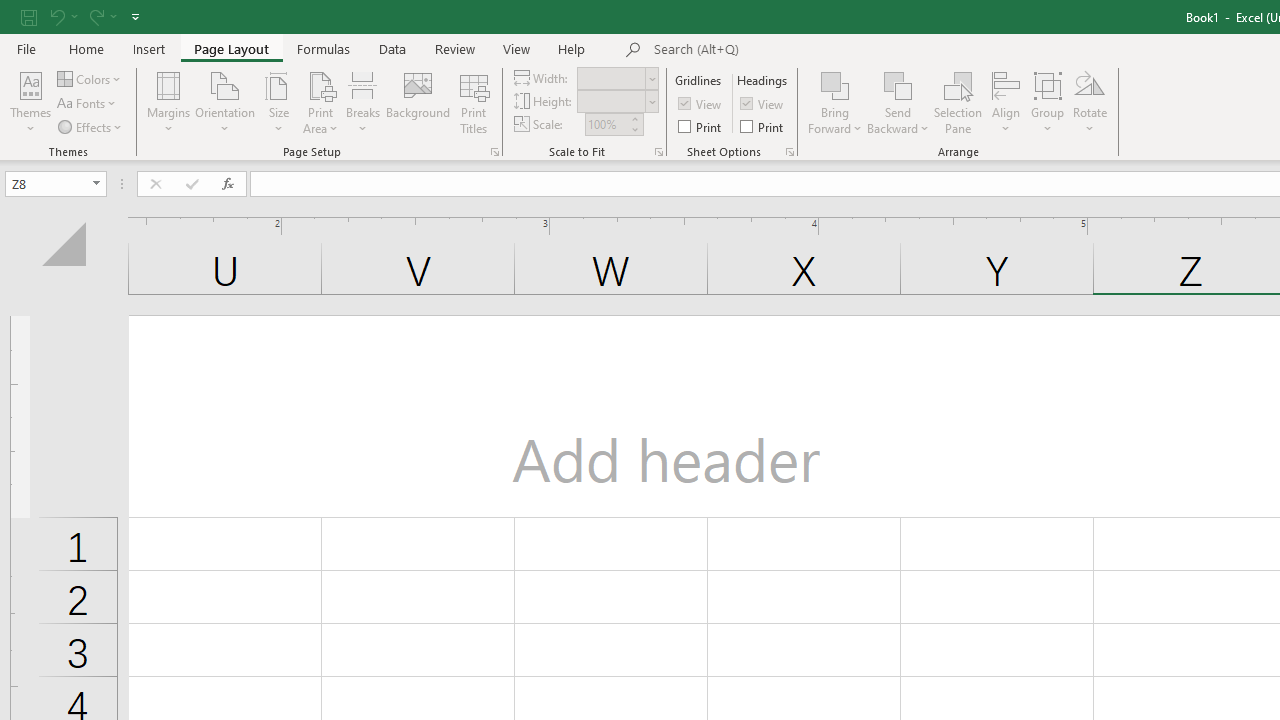 The height and width of the screenshot is (720, 1280). What do you see at coordinates (29, 16) in the screenshot?
I see `'Save'` at bounding box center [29, 16].